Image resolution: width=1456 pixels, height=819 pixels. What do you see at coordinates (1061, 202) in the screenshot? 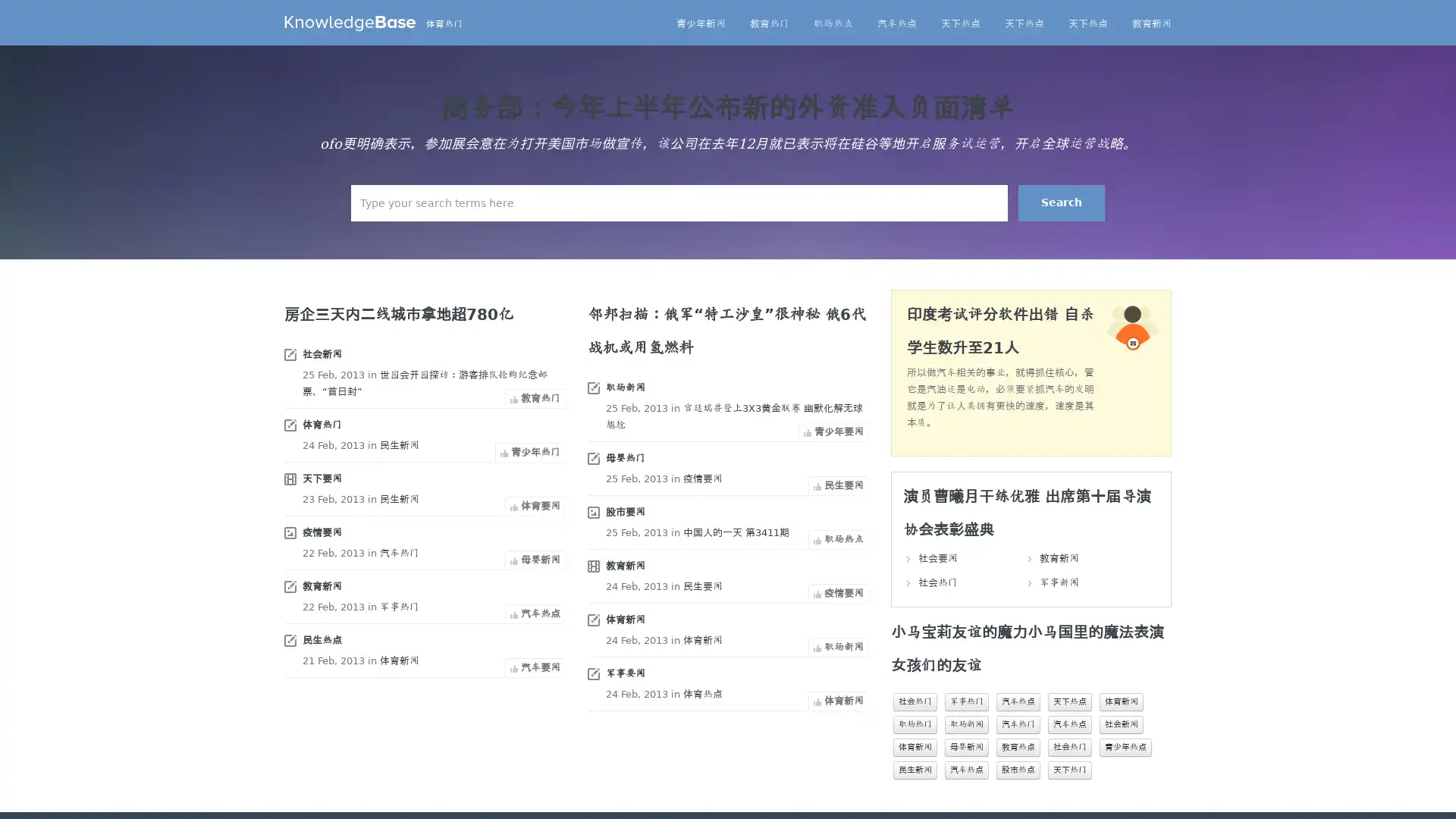
I see `Search` at bounding box center [1061, 202].